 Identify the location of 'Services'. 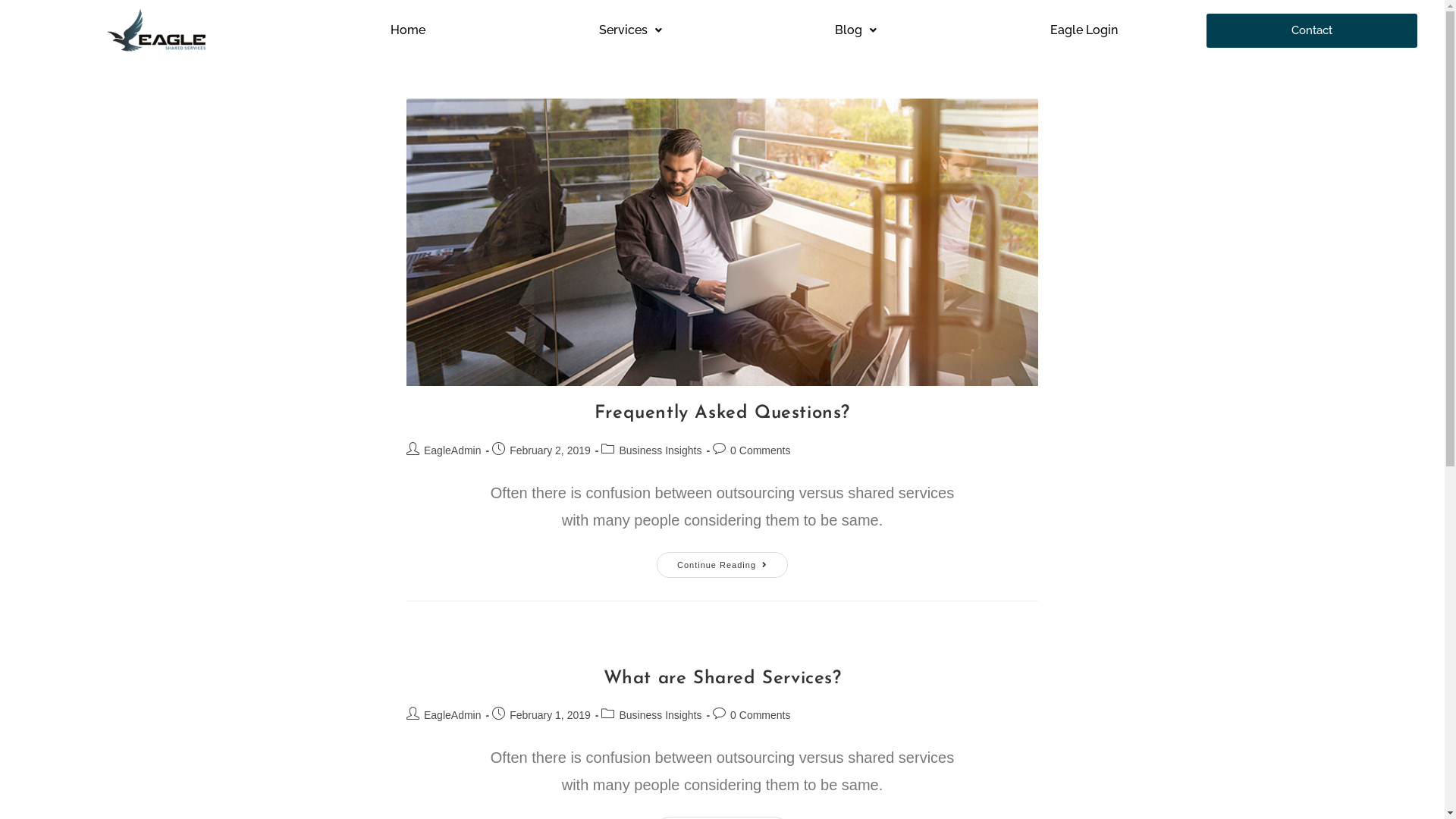
(630, 30).